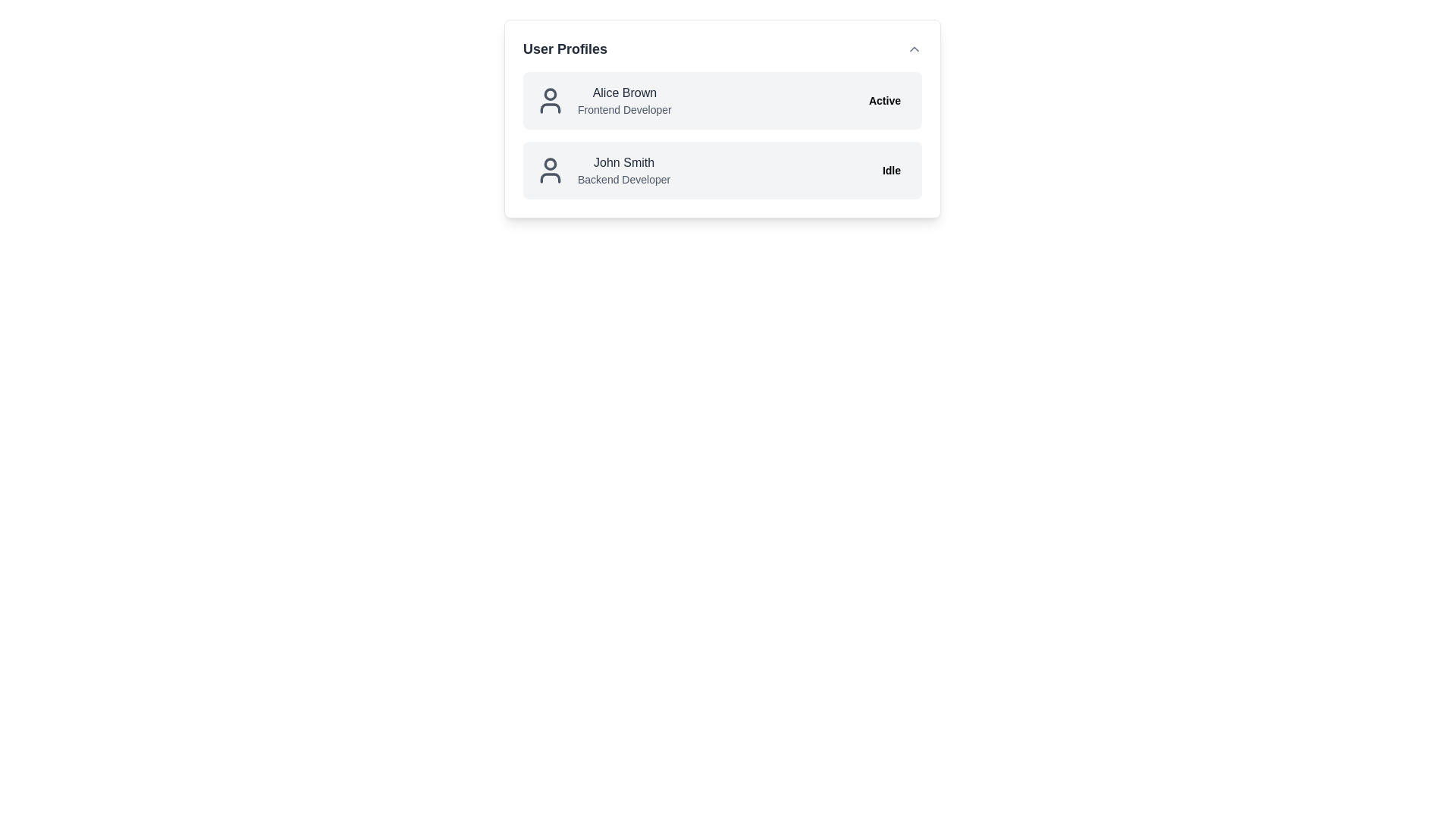 The image size is (1456, 819). What do you see at coordinates (549, 100) in the screenshot?
I see `the user profile icon representing 'Alice Brown', which is the leftmost visual component in the row containing her information` at bounding box center [549, 100].